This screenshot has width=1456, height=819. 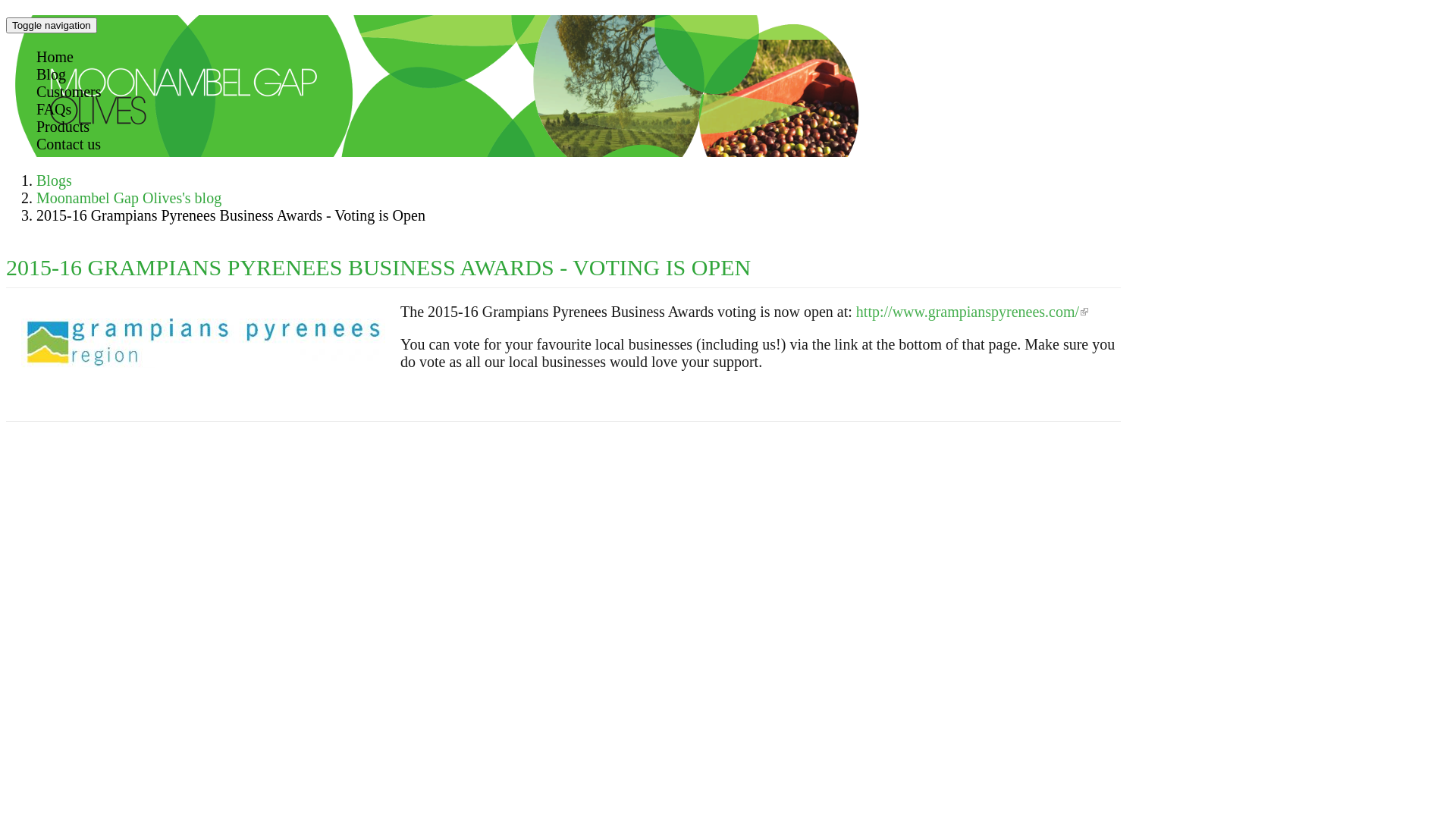 I want to click on 'Customers', so click(x=68, y=91).